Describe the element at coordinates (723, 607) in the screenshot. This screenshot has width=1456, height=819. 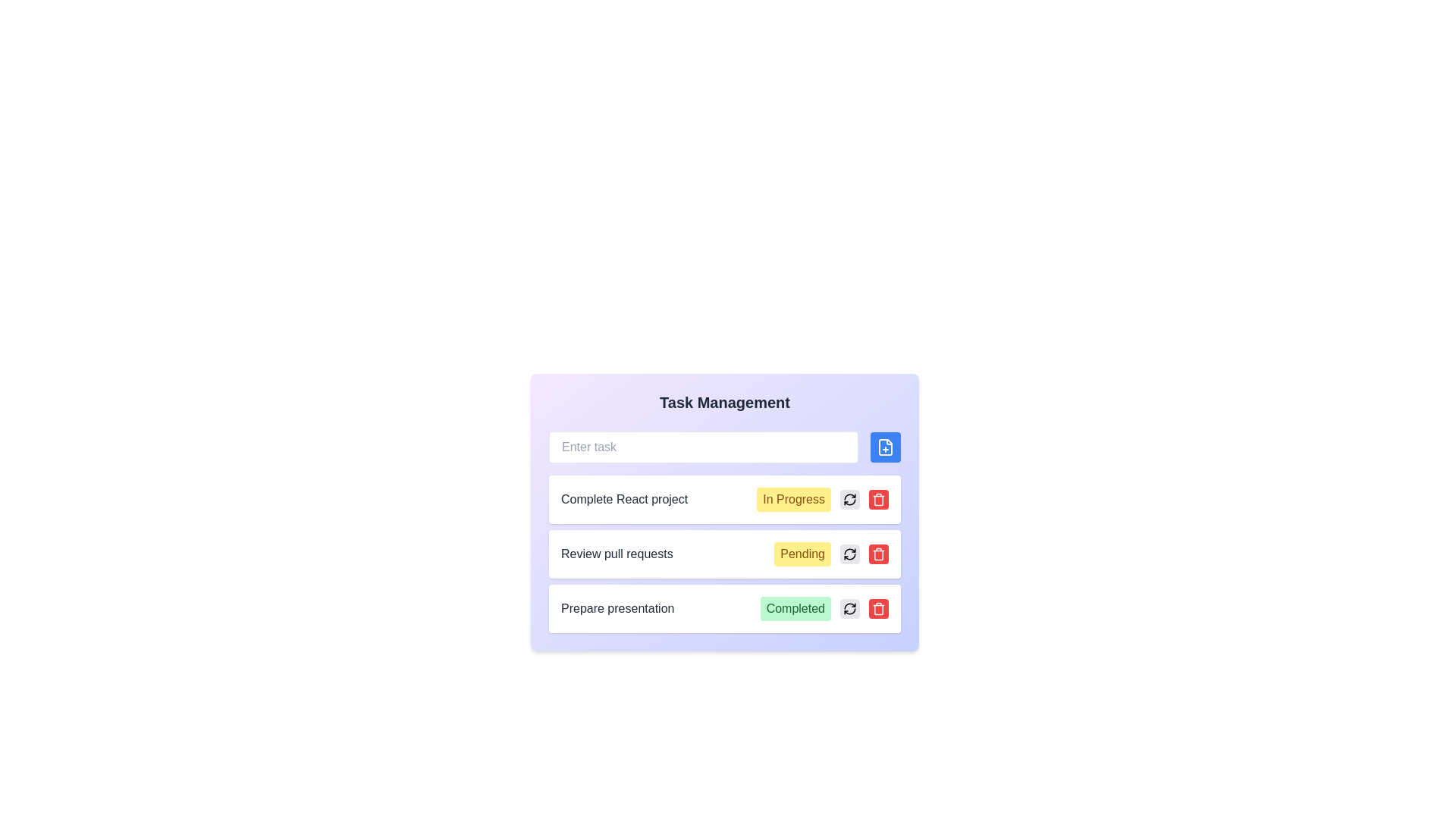
I see `the buttons on the task card titled 'Prepare presentation' which is the third task card in the vertical list under 'Task Management'` at that location.